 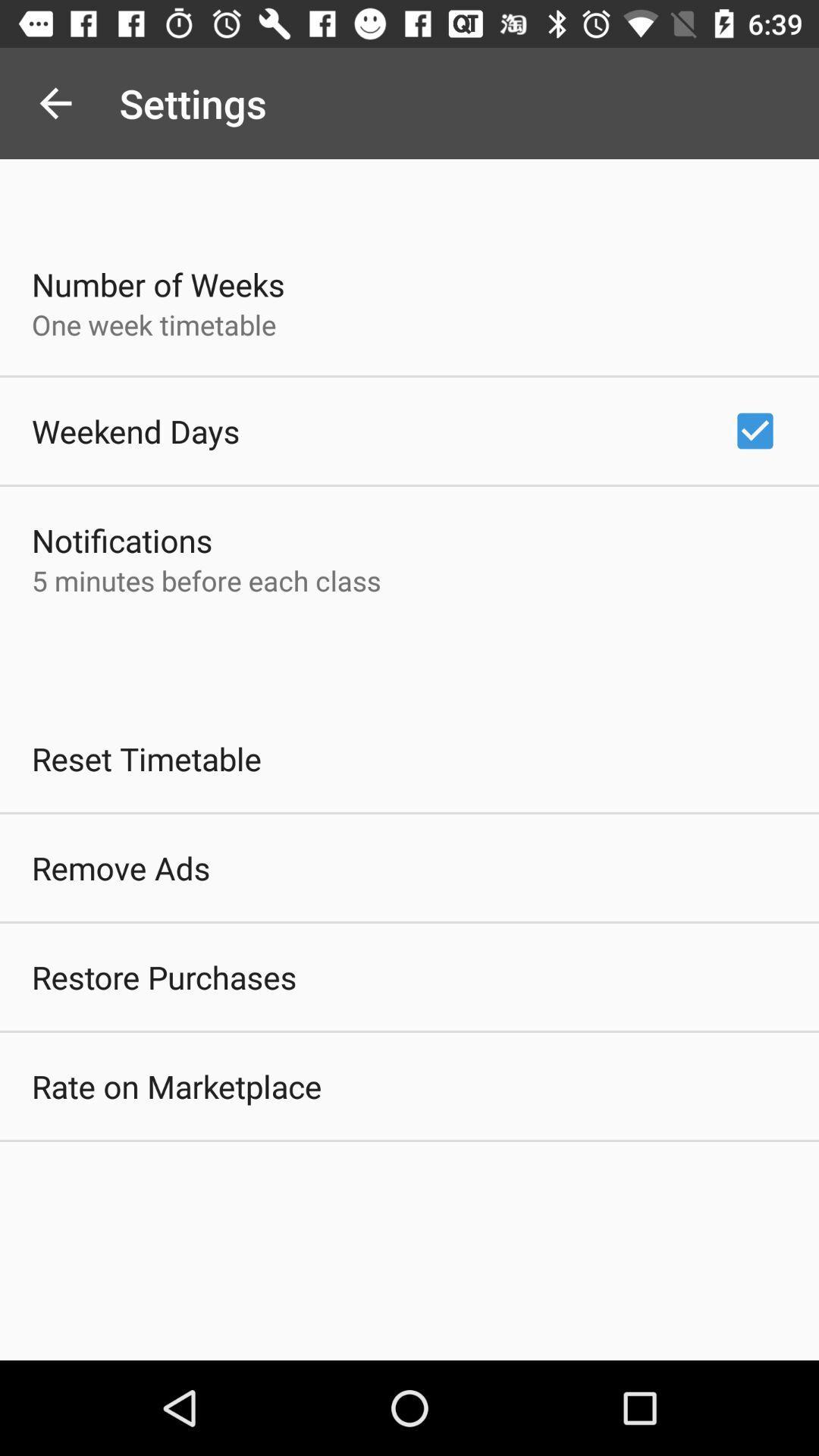 I want to click on icon below the weekend days, so click(x=121, y=540).